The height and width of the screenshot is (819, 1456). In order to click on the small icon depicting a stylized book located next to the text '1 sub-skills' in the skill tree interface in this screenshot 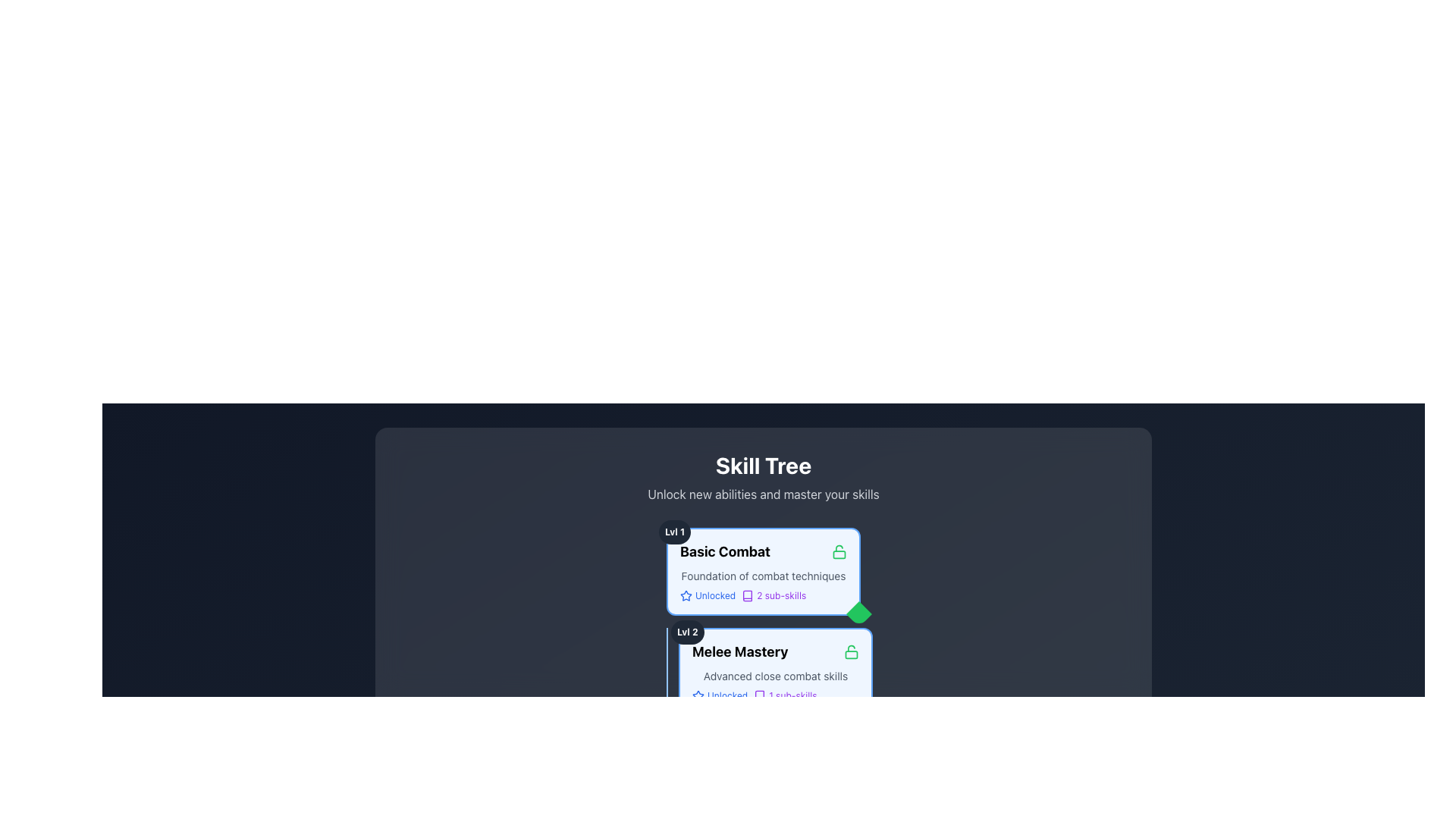, I will do `click(760, 696)`.